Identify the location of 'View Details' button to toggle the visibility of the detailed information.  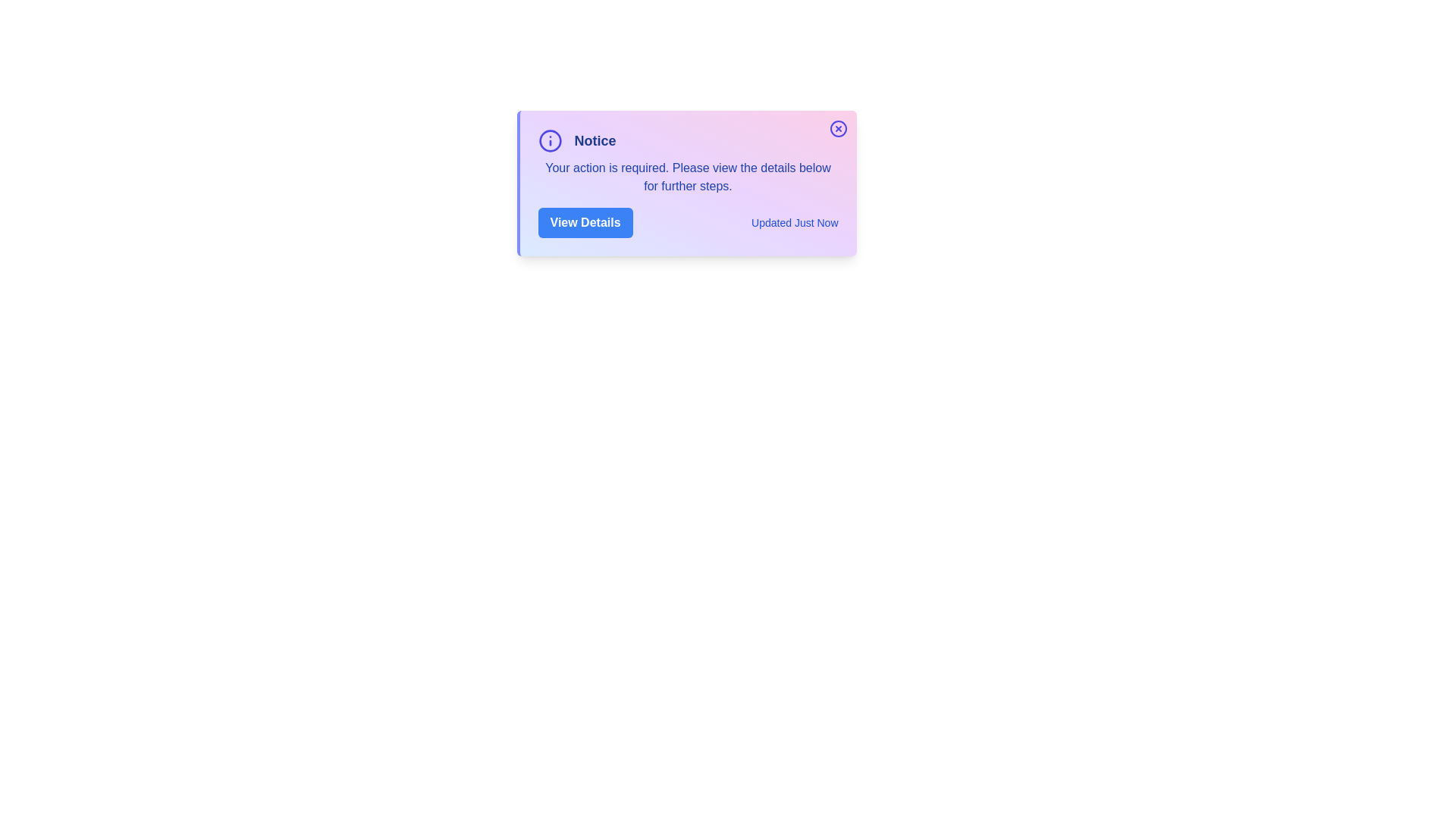
(585, 222).